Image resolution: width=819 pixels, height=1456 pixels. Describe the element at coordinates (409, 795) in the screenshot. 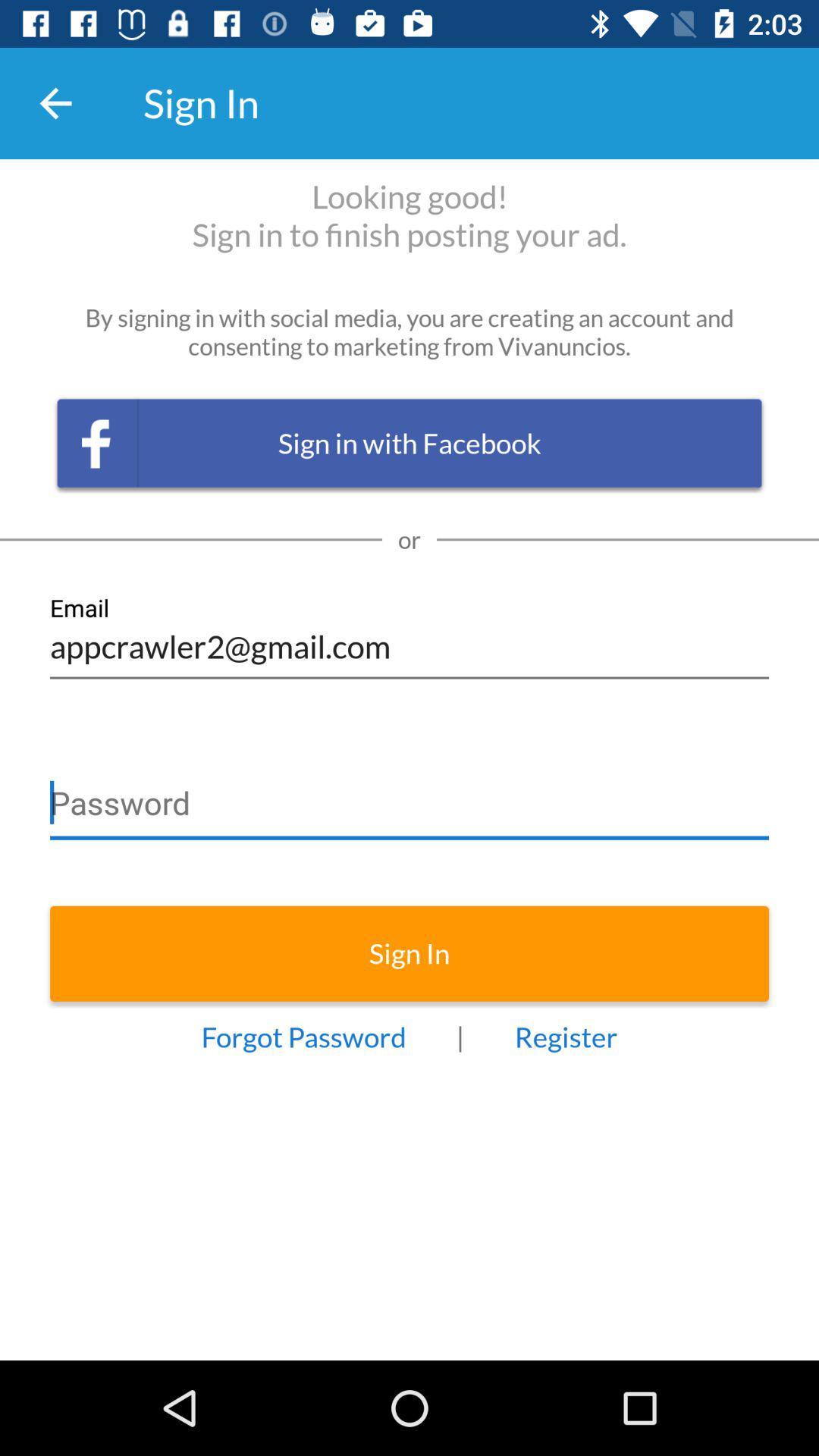

I see `the item below appcrawler2@gmail.com icon` at that location.